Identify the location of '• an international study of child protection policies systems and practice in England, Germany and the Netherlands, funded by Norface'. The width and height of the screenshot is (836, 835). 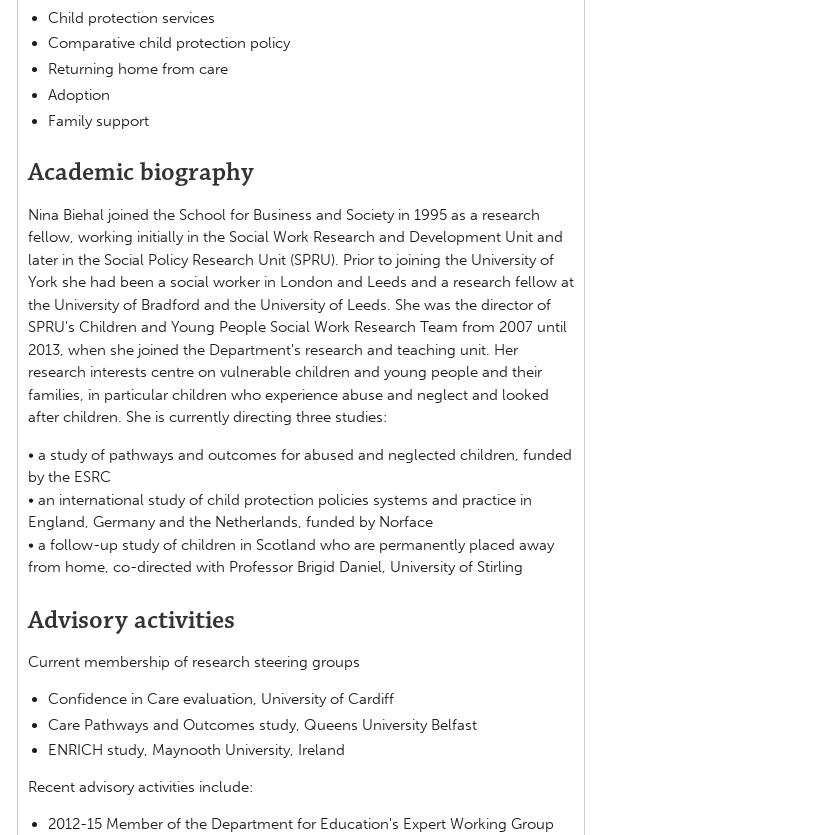
(27, 510).